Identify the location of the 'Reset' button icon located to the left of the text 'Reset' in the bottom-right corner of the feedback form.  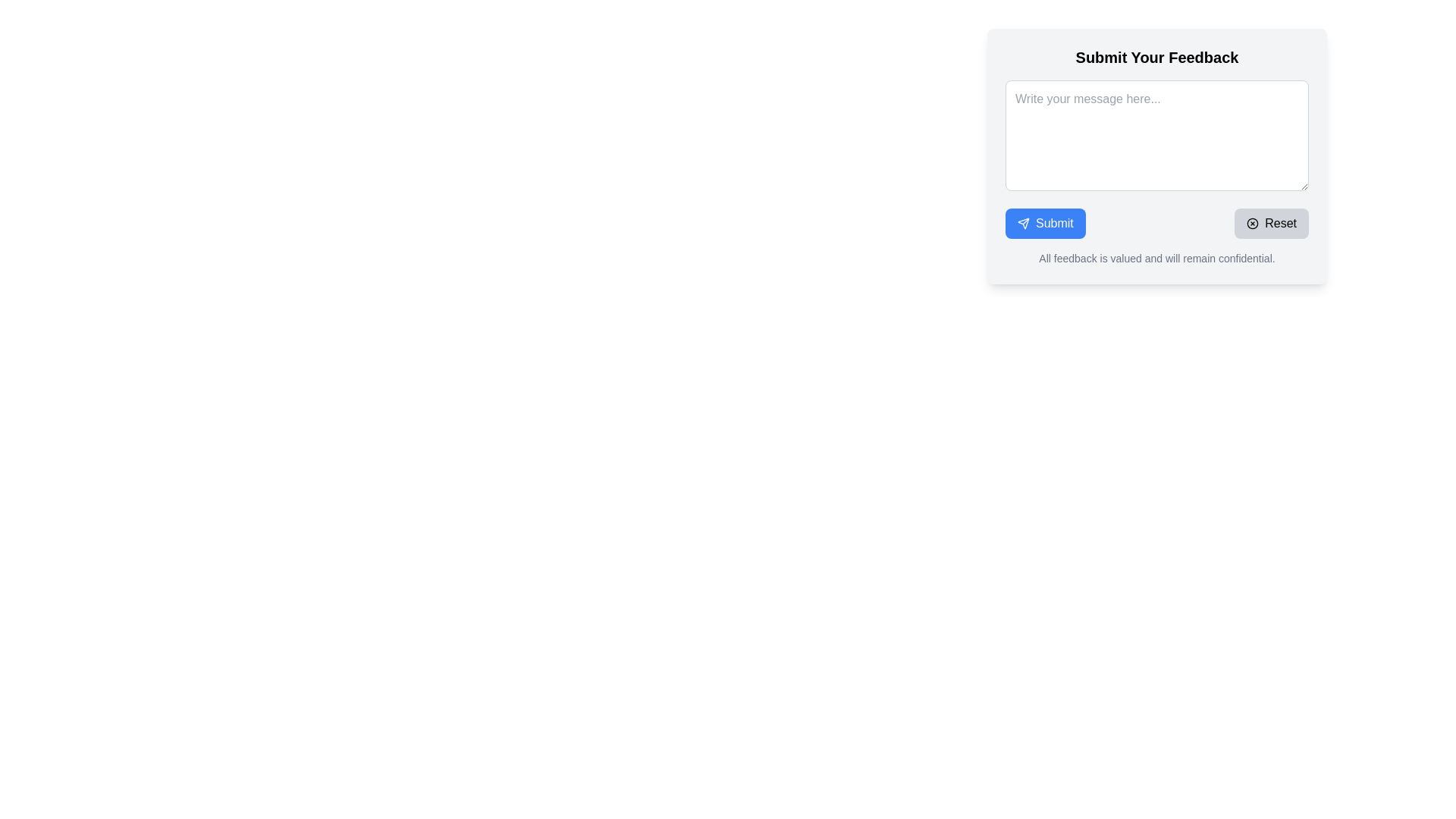
(1253, 223).